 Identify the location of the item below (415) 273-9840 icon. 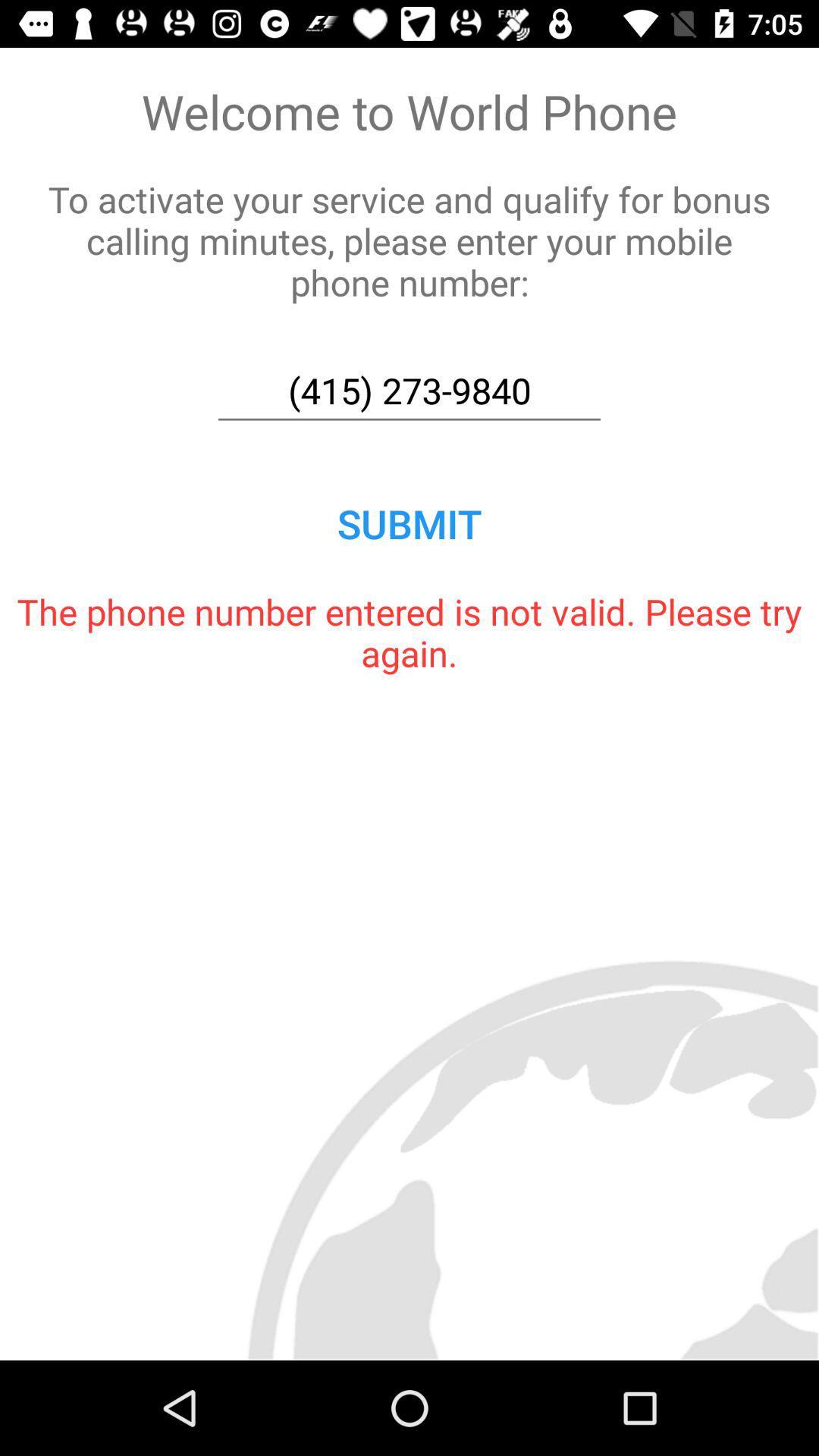
(409, 523).